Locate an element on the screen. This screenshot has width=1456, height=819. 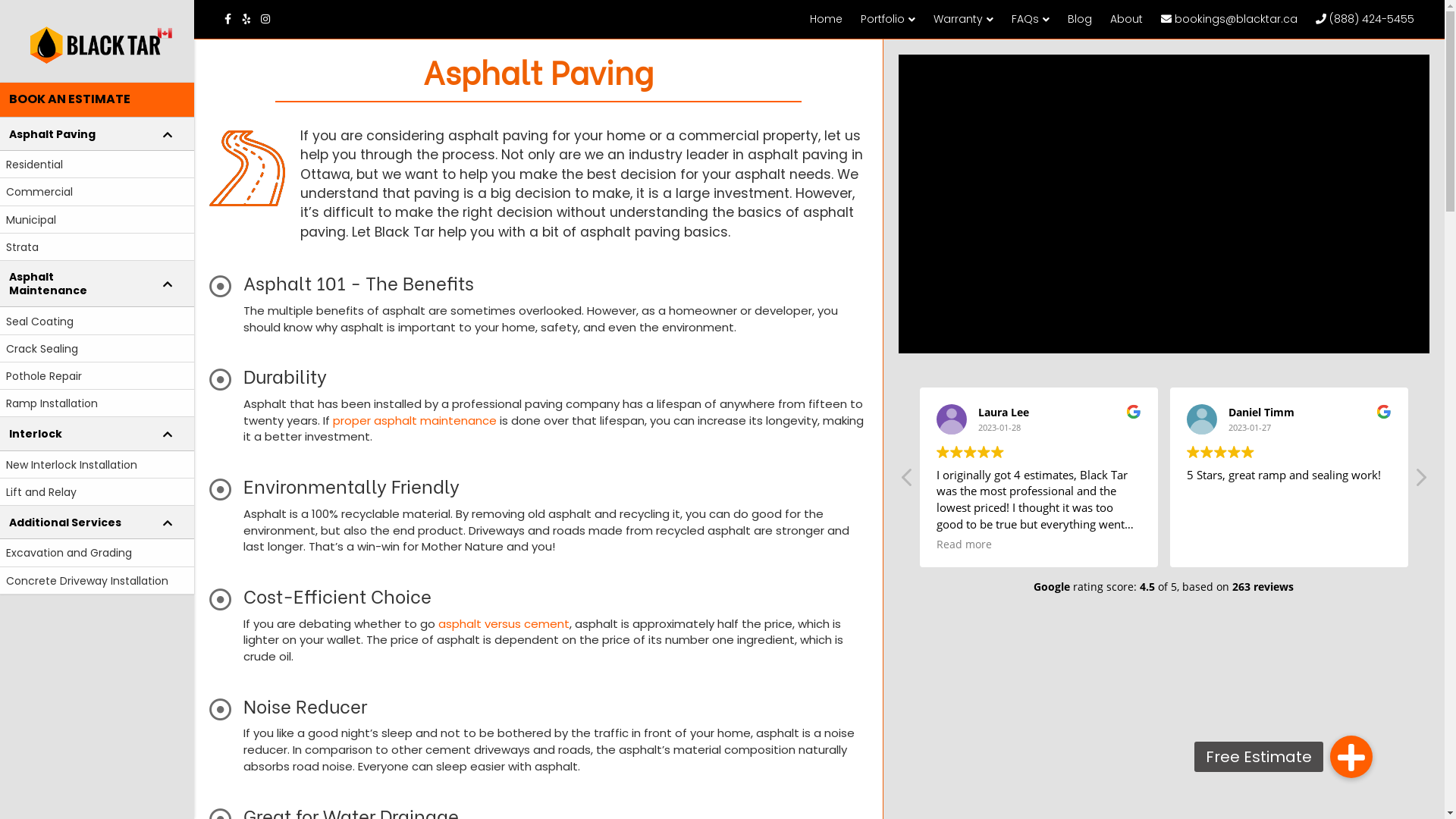
'Concrete Driveway Installation' is located at coordinates (96, 580).